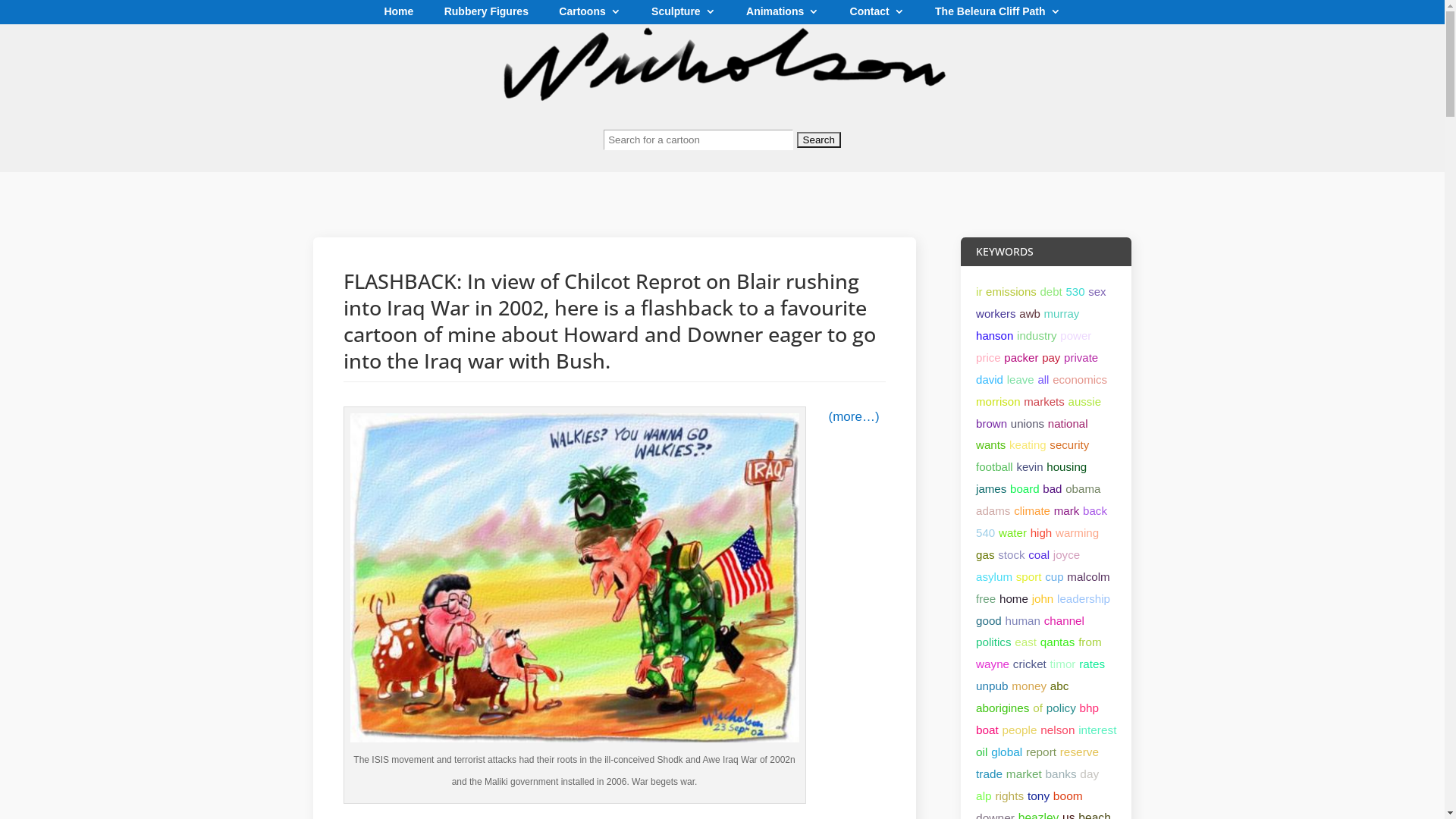 The image size is (1456, 819). I want to click on 'emissions', so click(1011, 291).